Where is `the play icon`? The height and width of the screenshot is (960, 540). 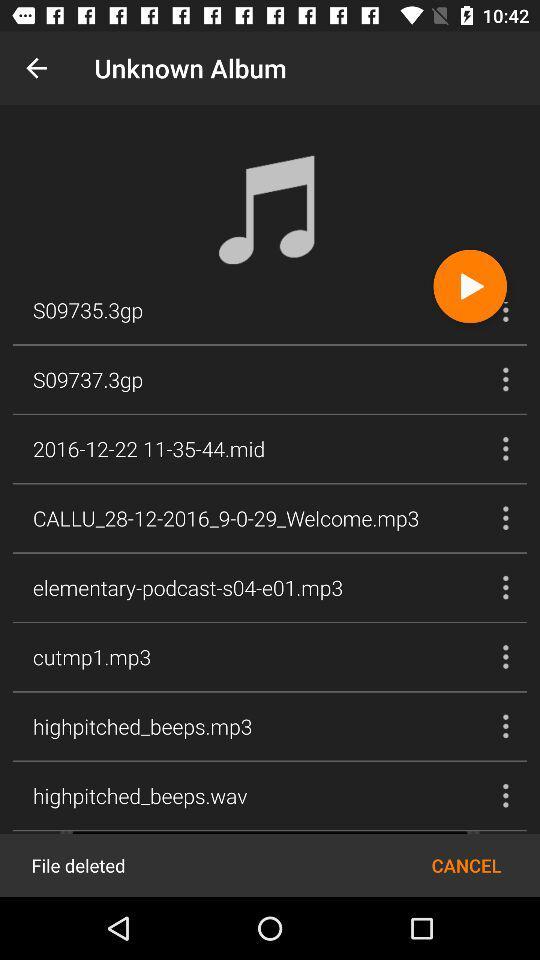
the play icon is located at coordinates (470, 285).